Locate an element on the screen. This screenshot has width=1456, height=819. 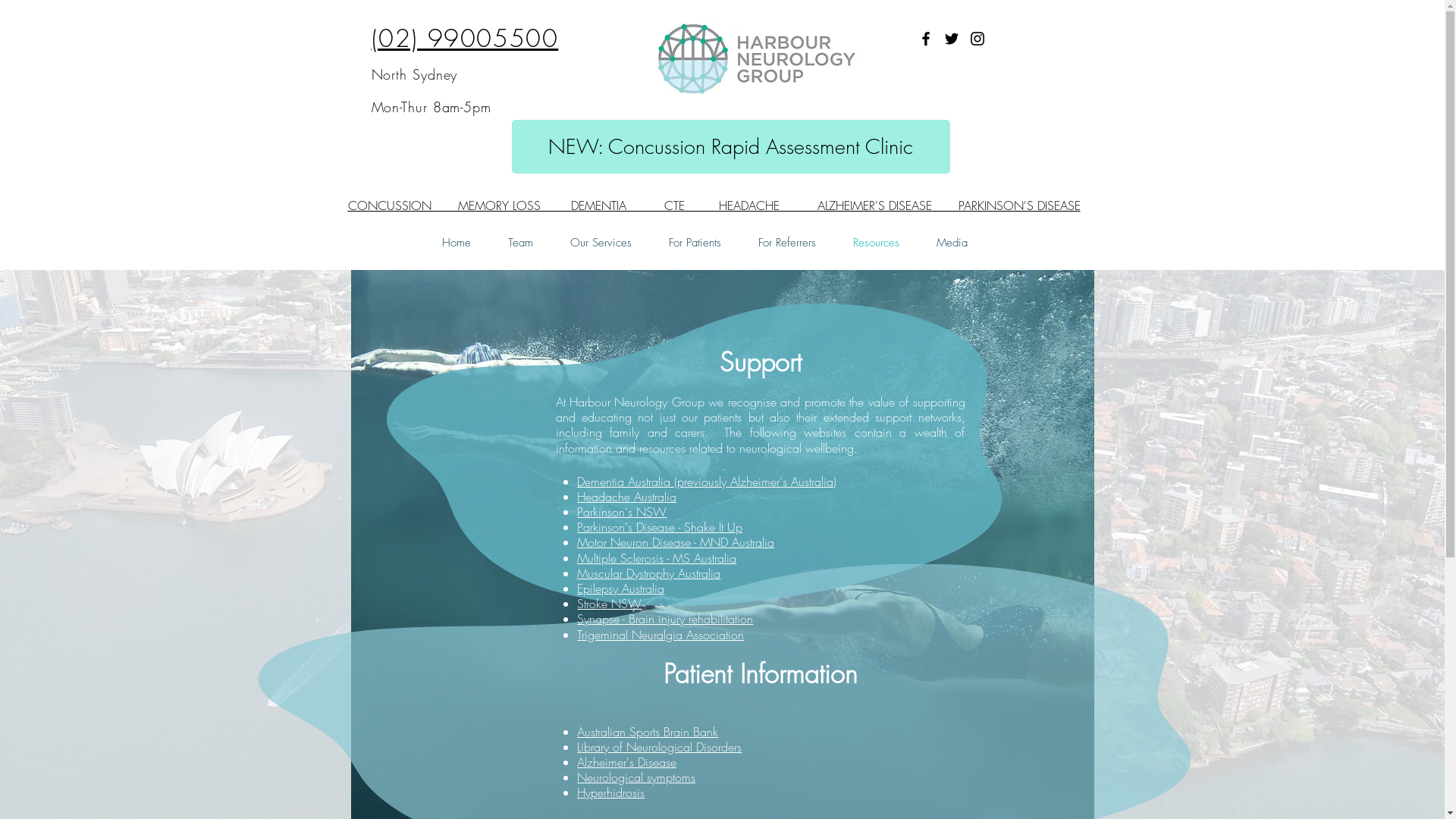
'Home' is located at coordinates (455, 242).